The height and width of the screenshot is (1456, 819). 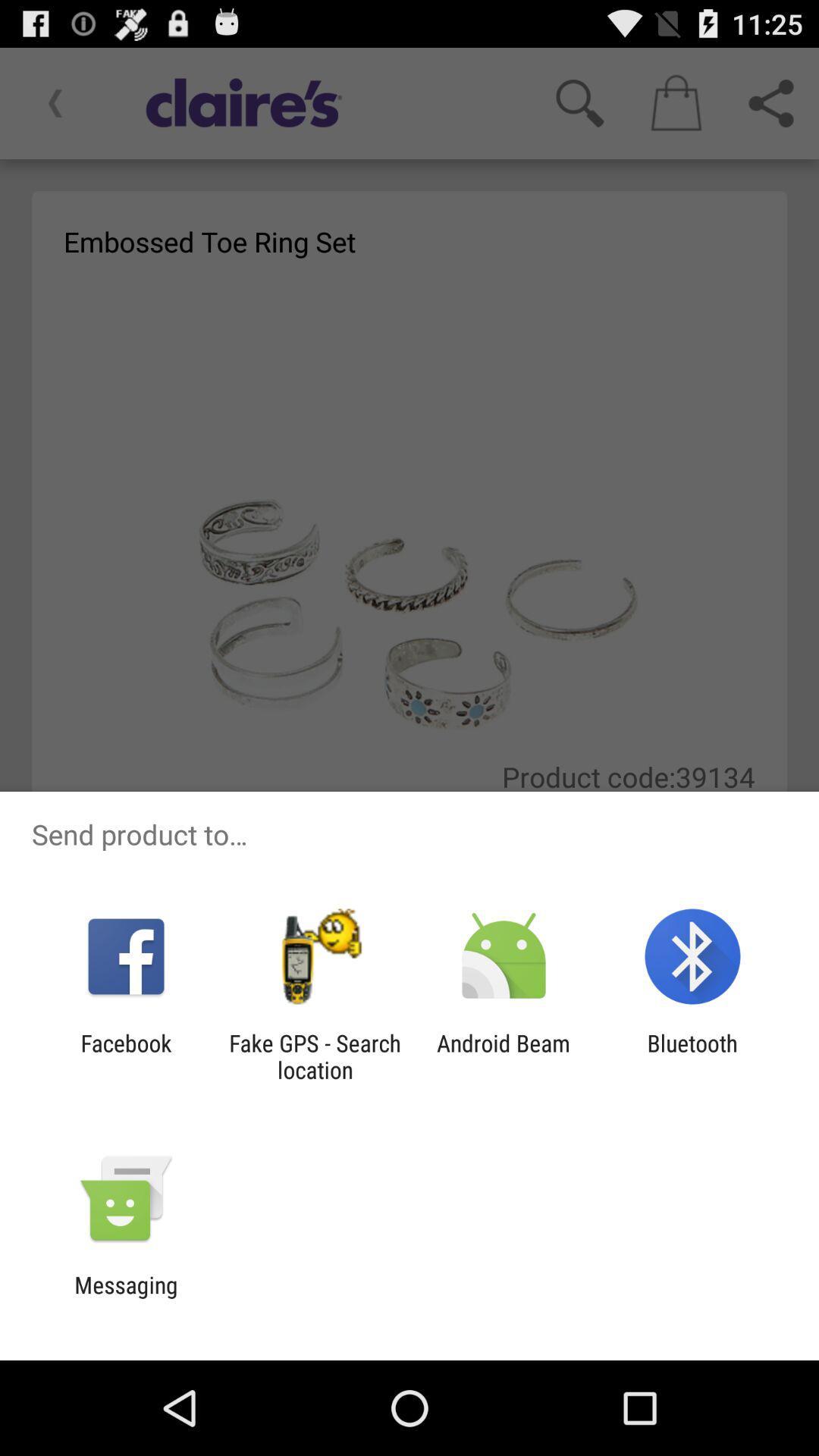 What do you see at coordinates (504, 1056) in the screenshot?
I see `item next to fake gps search app` at bounding box center [504, 1056].